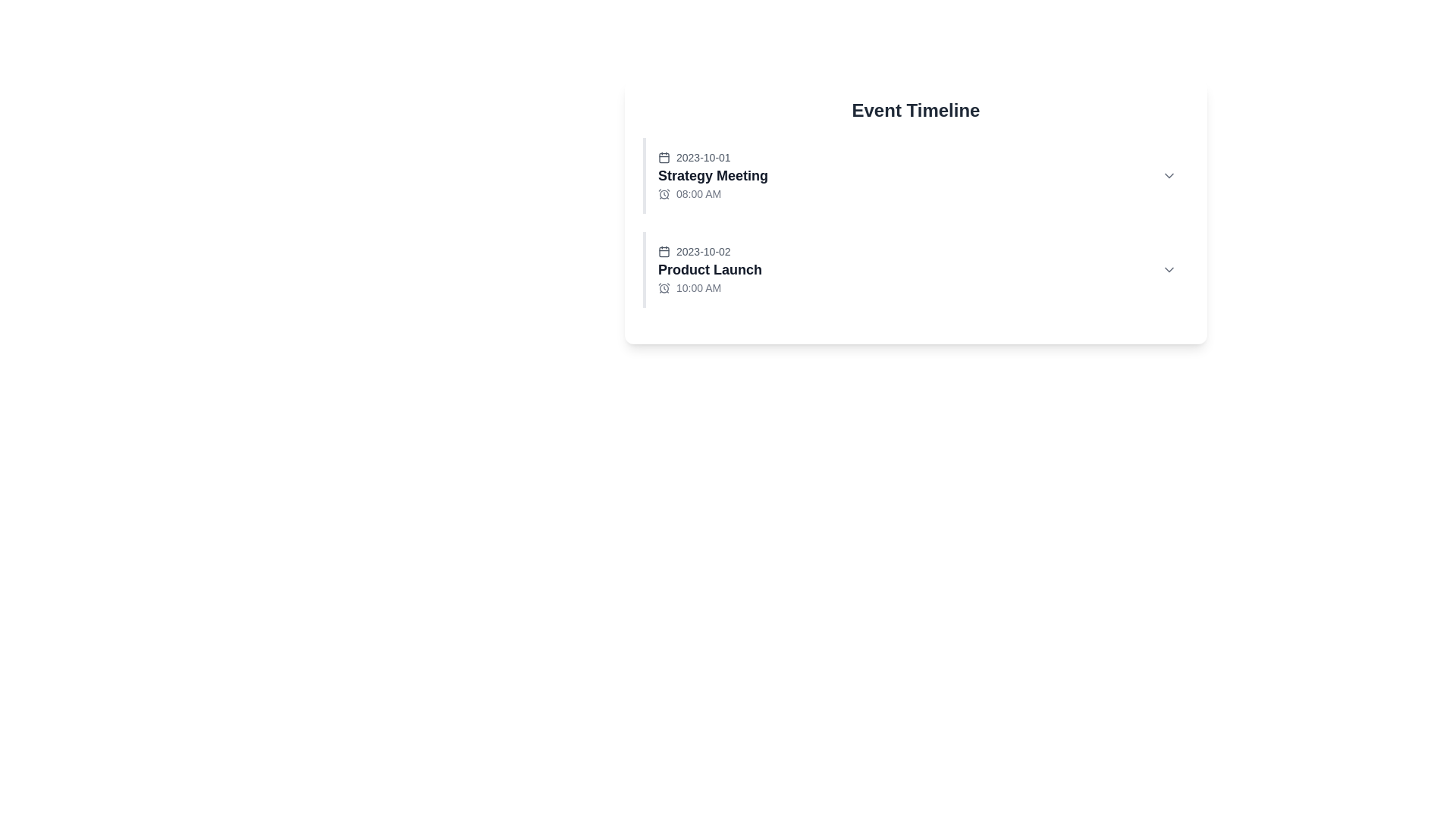  Describe the element at coordinates (1168, 268) in the screenshot. I see `the interactive icon at the far right of the row presenting '2023-10-02 Product Launch 10:00 AM'` at that location.